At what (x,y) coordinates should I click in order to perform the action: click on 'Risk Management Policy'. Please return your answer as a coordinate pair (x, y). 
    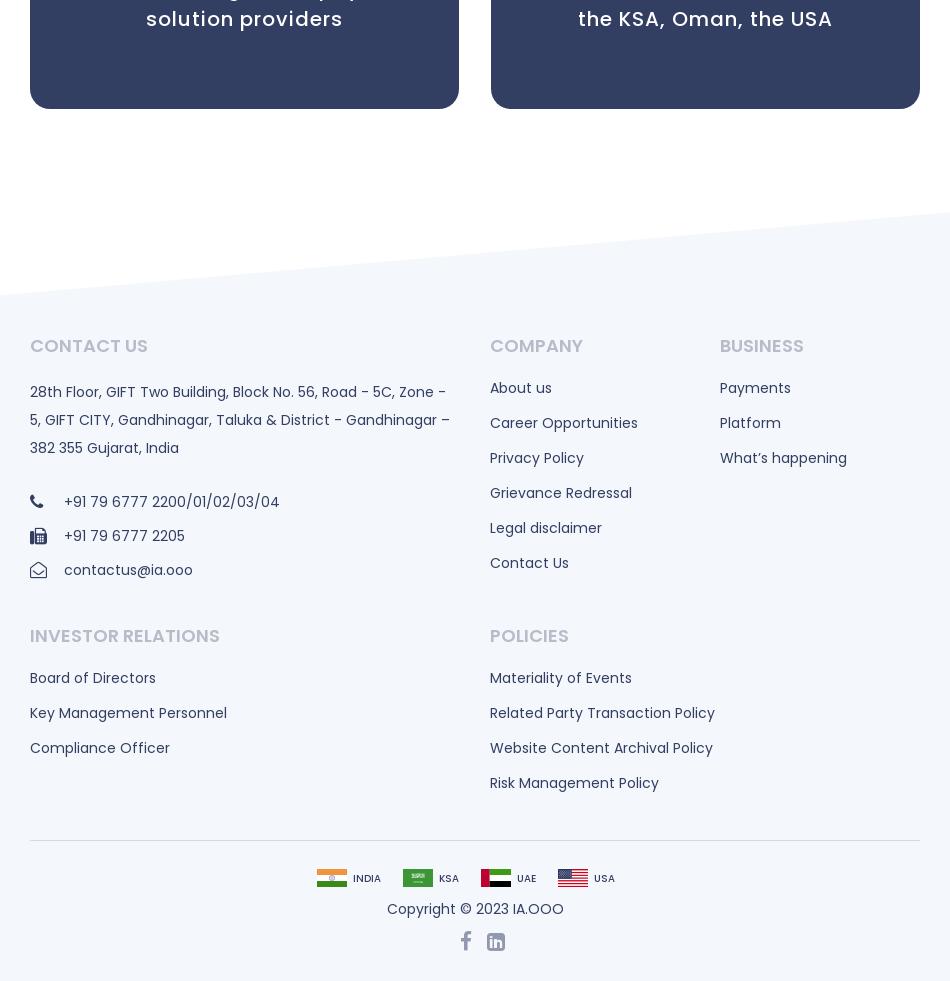
    Looking at the image, I should click on (574, 783).